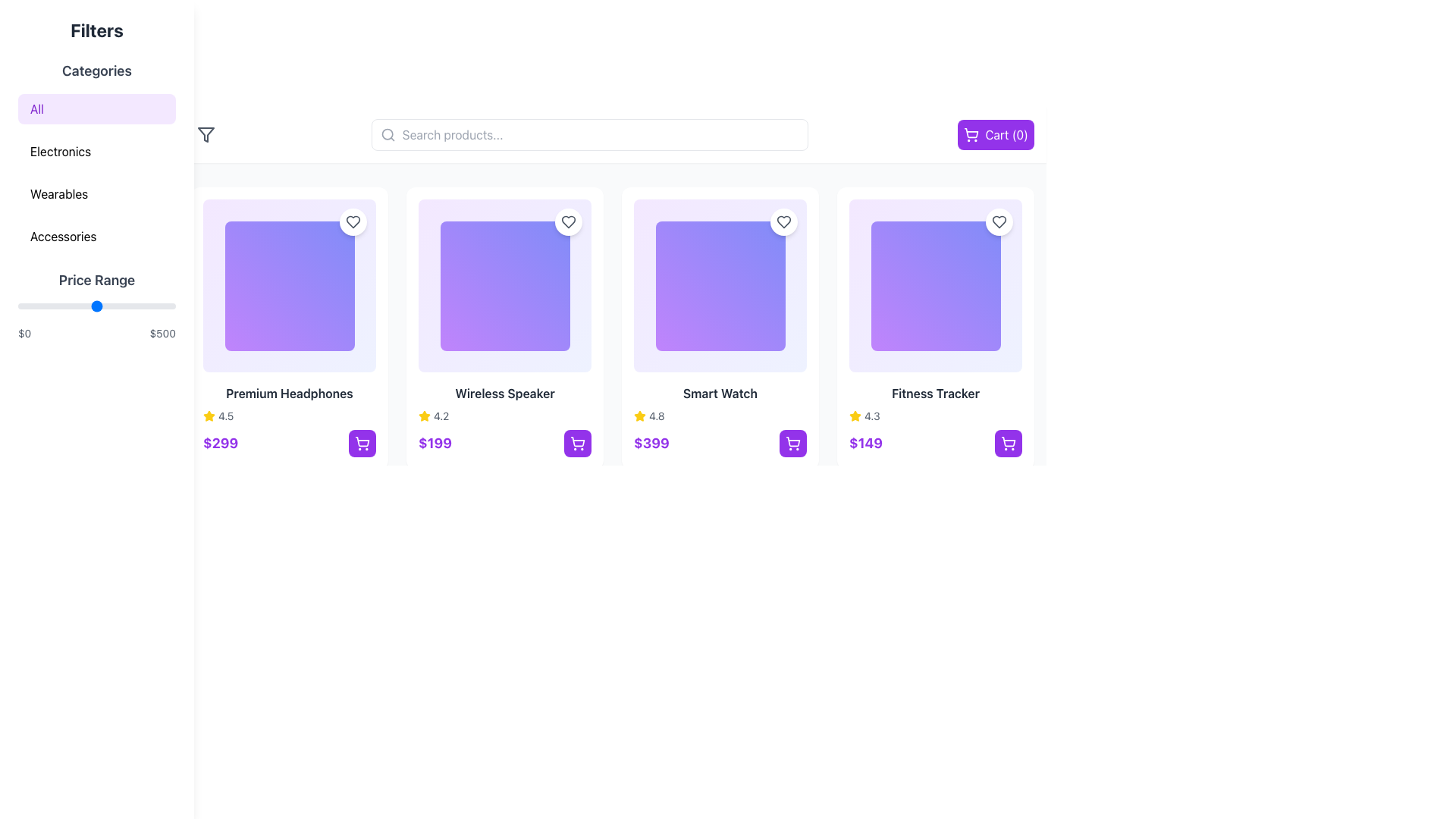 The image size is (1456, 819). I want to click on the button with a purple background and a white shopping cart icon located in the bottom-right area of the 'Wireless Speaker' product card, so click(577, 444).